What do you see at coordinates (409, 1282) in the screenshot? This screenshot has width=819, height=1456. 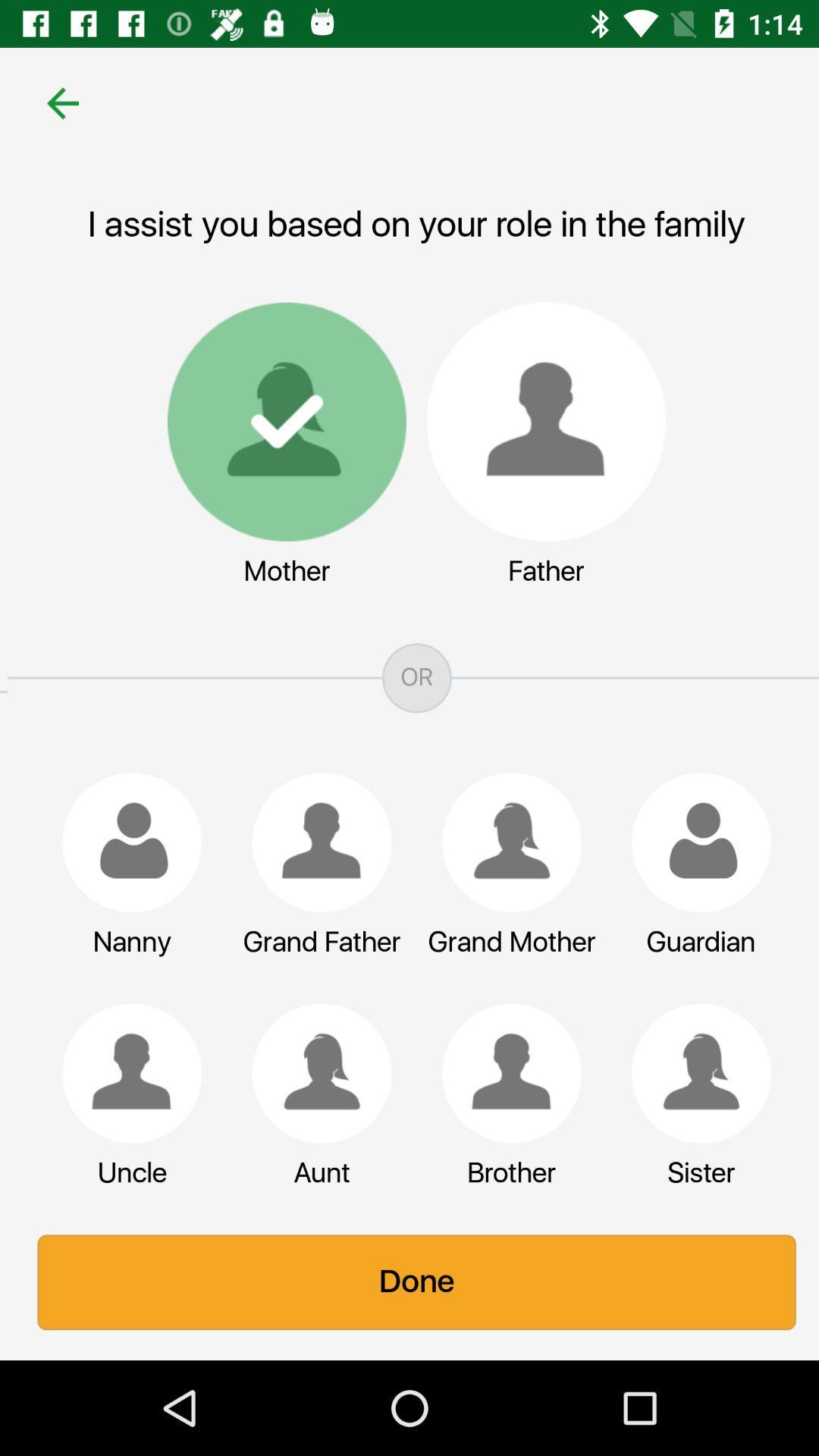 I see `the done icon` at bounding box center [409, 1282].